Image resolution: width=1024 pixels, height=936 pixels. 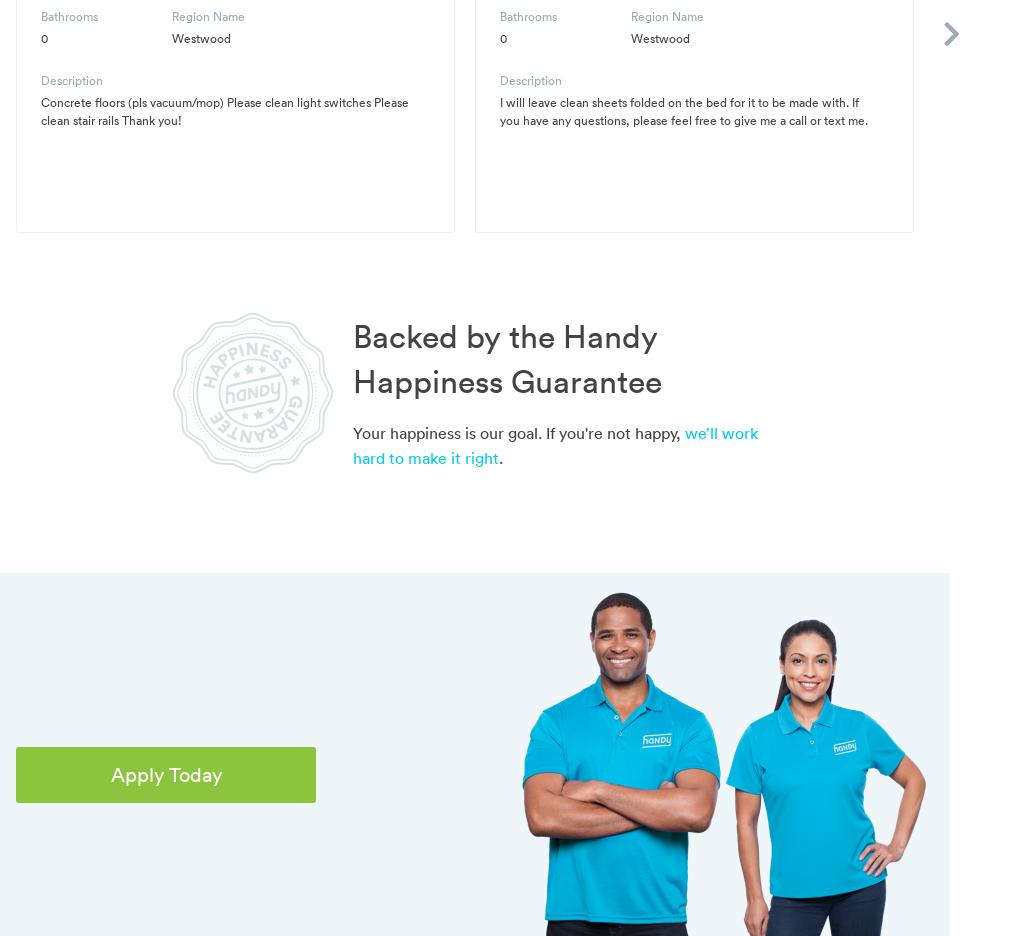 I want to click on 'Concrete floors (pls vacuum/mop) Please clean light switches Please clean stair rails Thank you!', so click(x=223, y=109).